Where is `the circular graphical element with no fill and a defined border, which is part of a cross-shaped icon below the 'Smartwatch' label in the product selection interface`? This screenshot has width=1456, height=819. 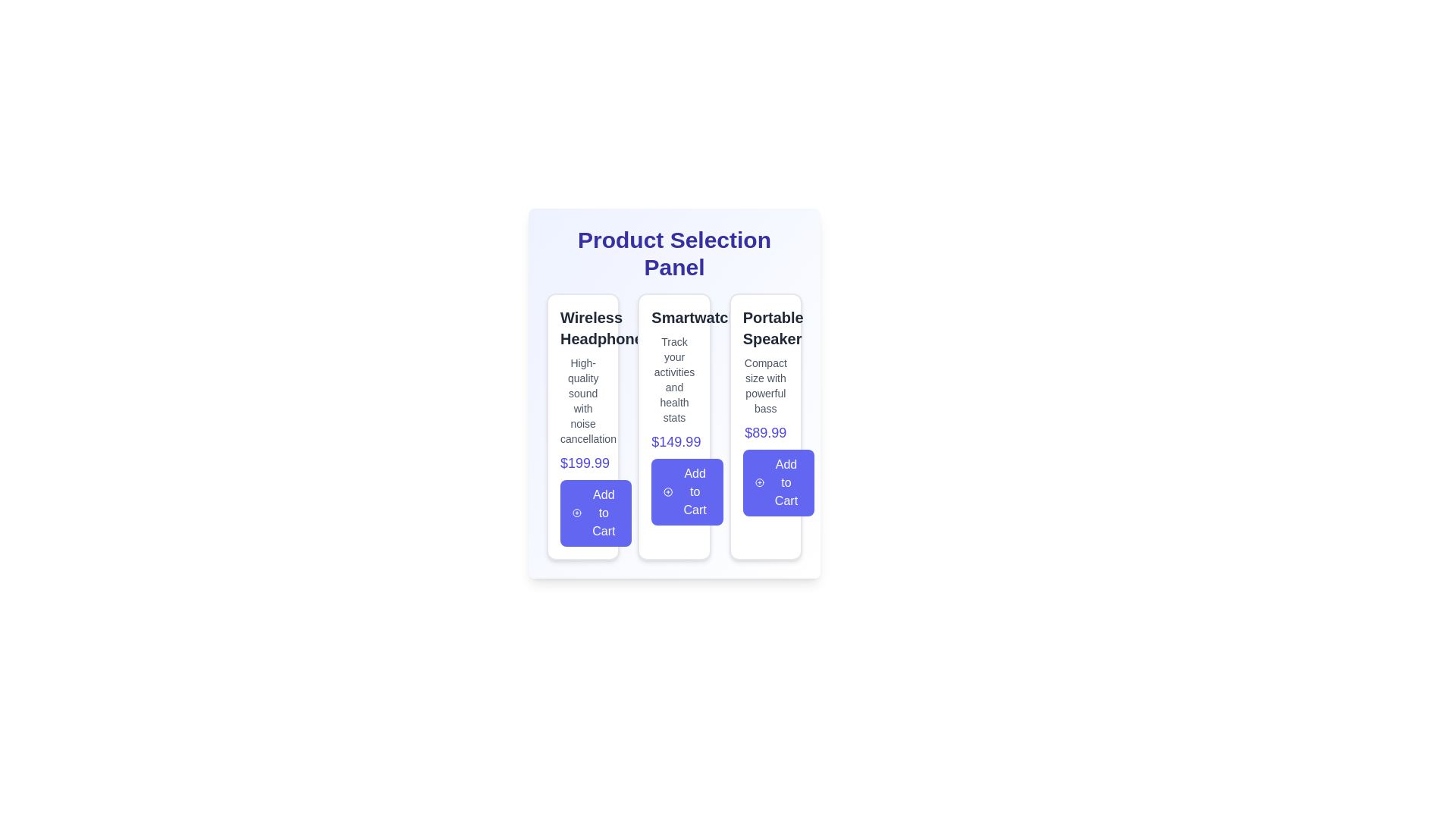
the circular graphical element with no fill and a defined border, which is part of a cross-shaped icon below the 'Smartwatch' label in the product selection interface is located at coordinates (667, 491).